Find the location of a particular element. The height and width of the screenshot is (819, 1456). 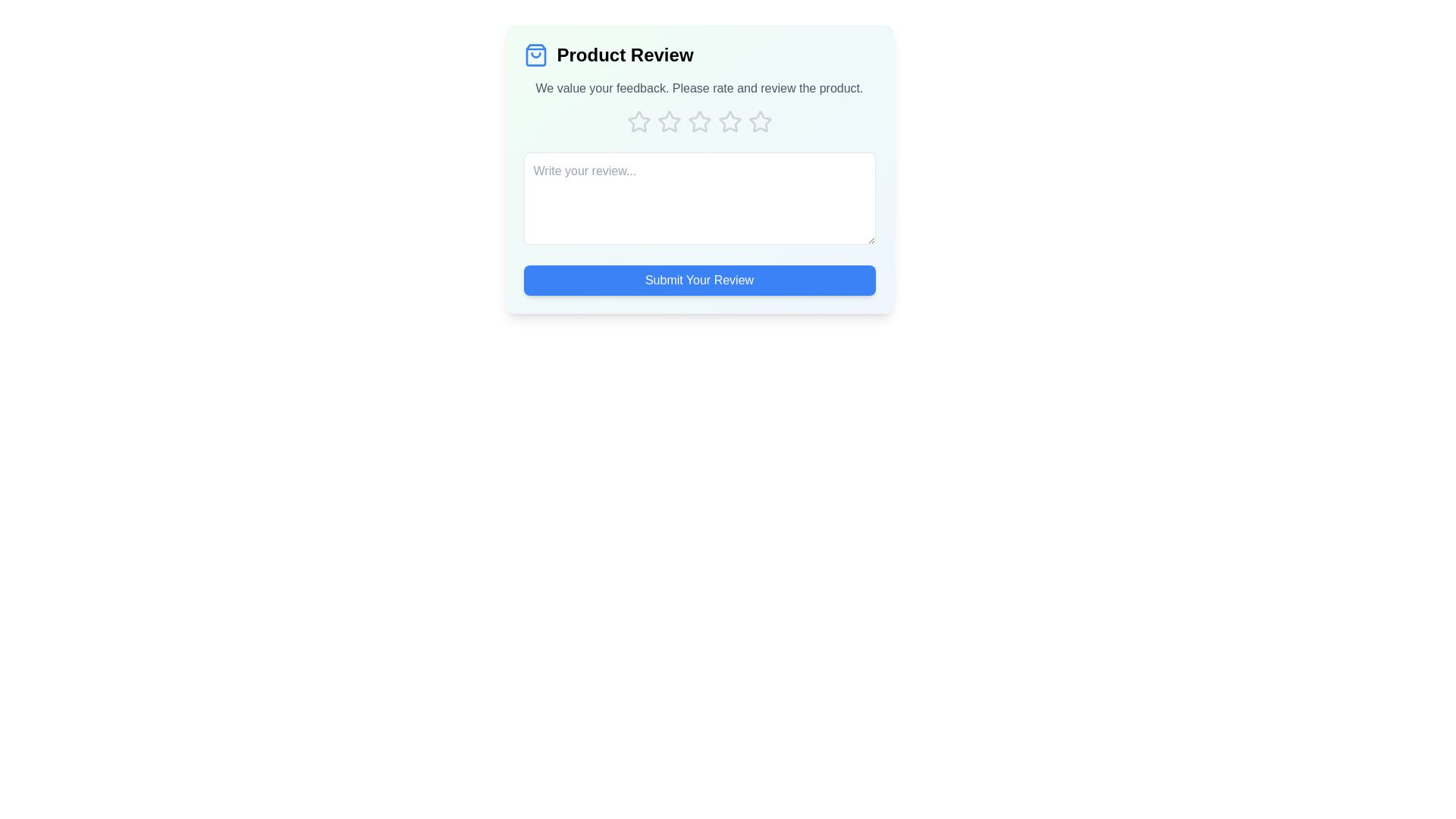

the fourth star icon in the rating system located beneath the 'Product Review' title to observe the hover effect is located at coordinates (730, 121).